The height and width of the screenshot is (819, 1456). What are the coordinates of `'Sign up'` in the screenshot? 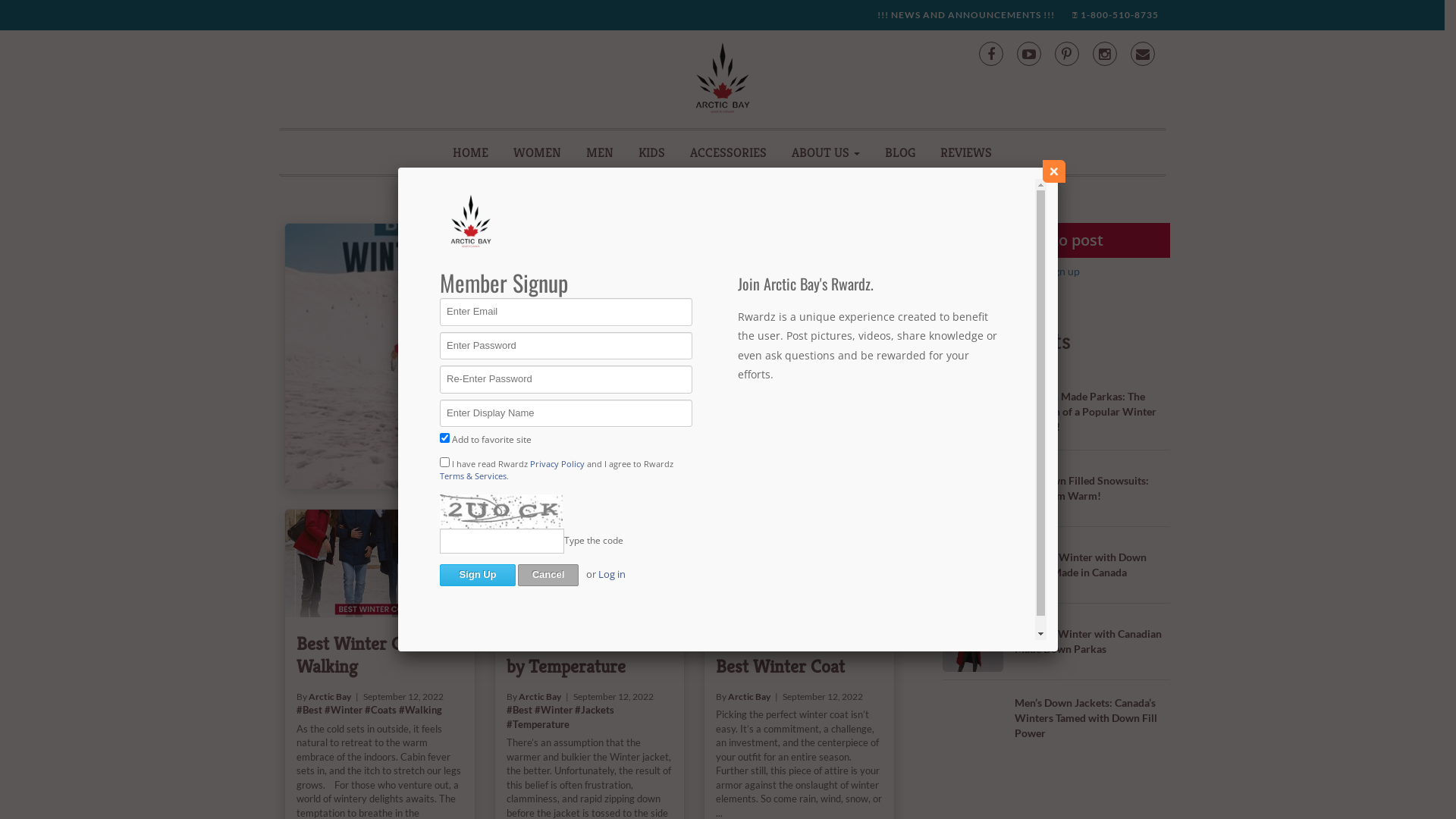 It's located at (1061, 270).